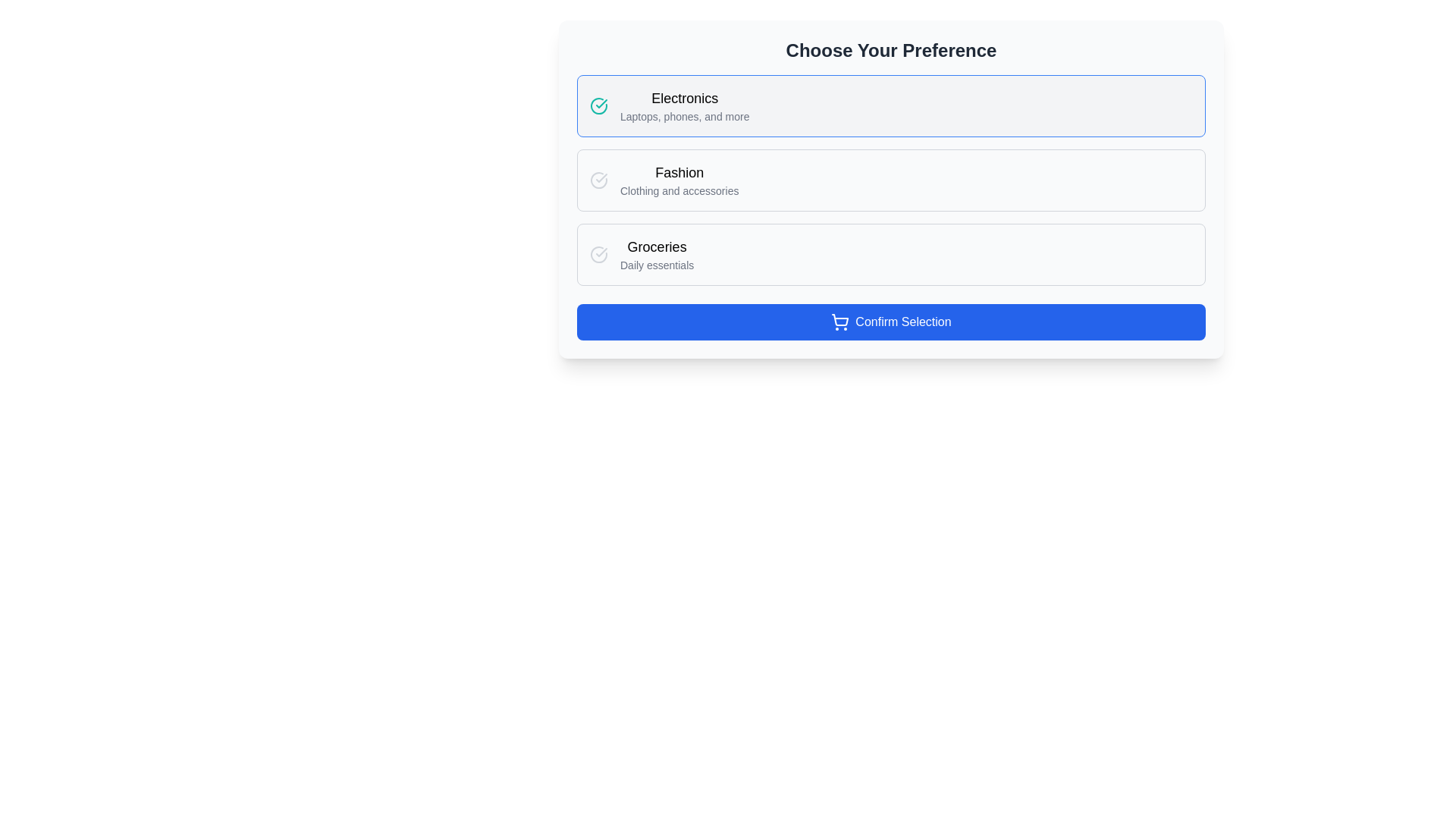 This screenshot has height=819, width=1456. I want to click on the Selection indicator icon located to the left of the 'Electronics' preference option in the 'Choose Your Preference' list, so click(598, 105).